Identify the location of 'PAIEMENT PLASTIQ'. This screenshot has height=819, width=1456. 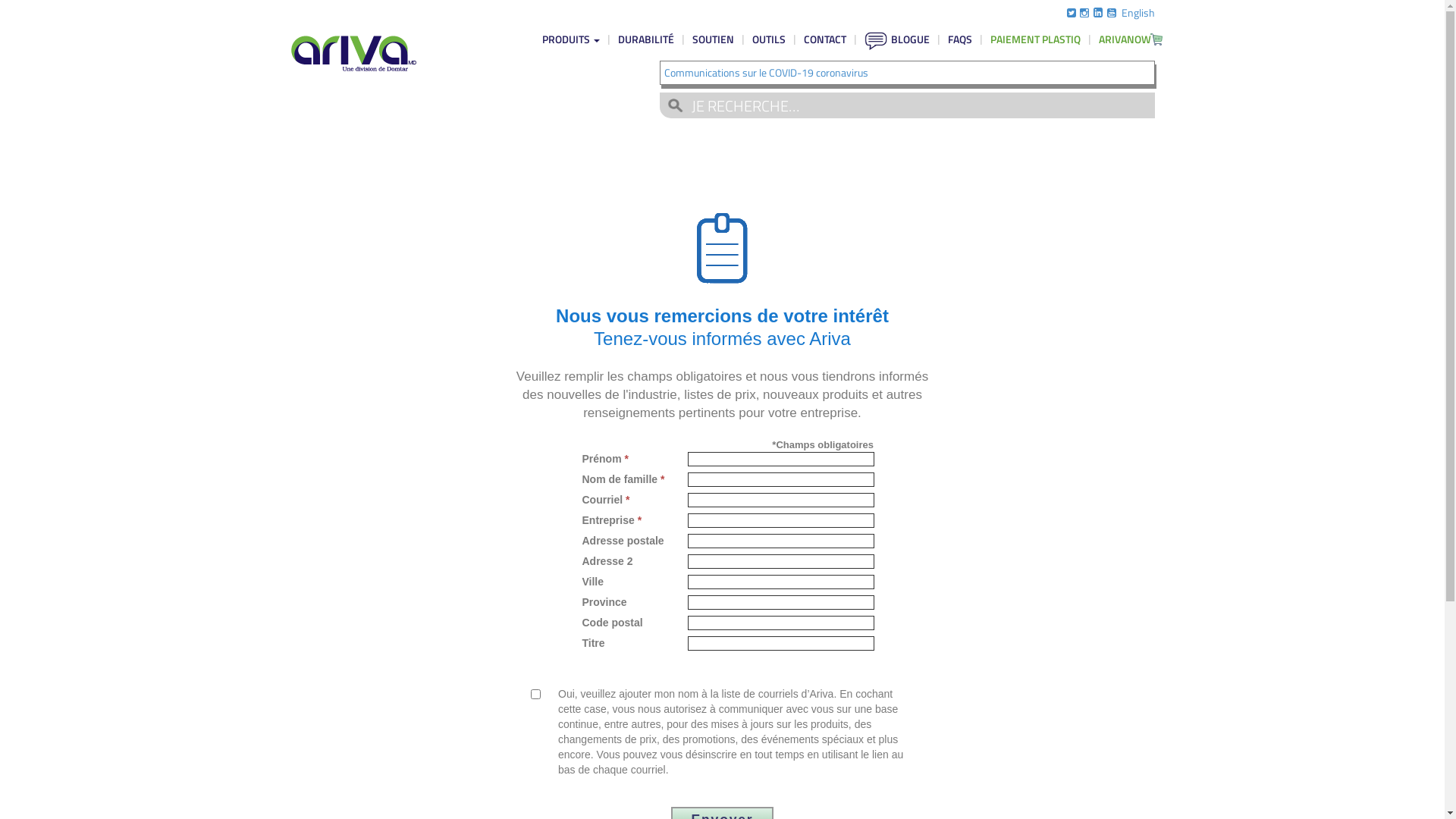
(1034, 38).